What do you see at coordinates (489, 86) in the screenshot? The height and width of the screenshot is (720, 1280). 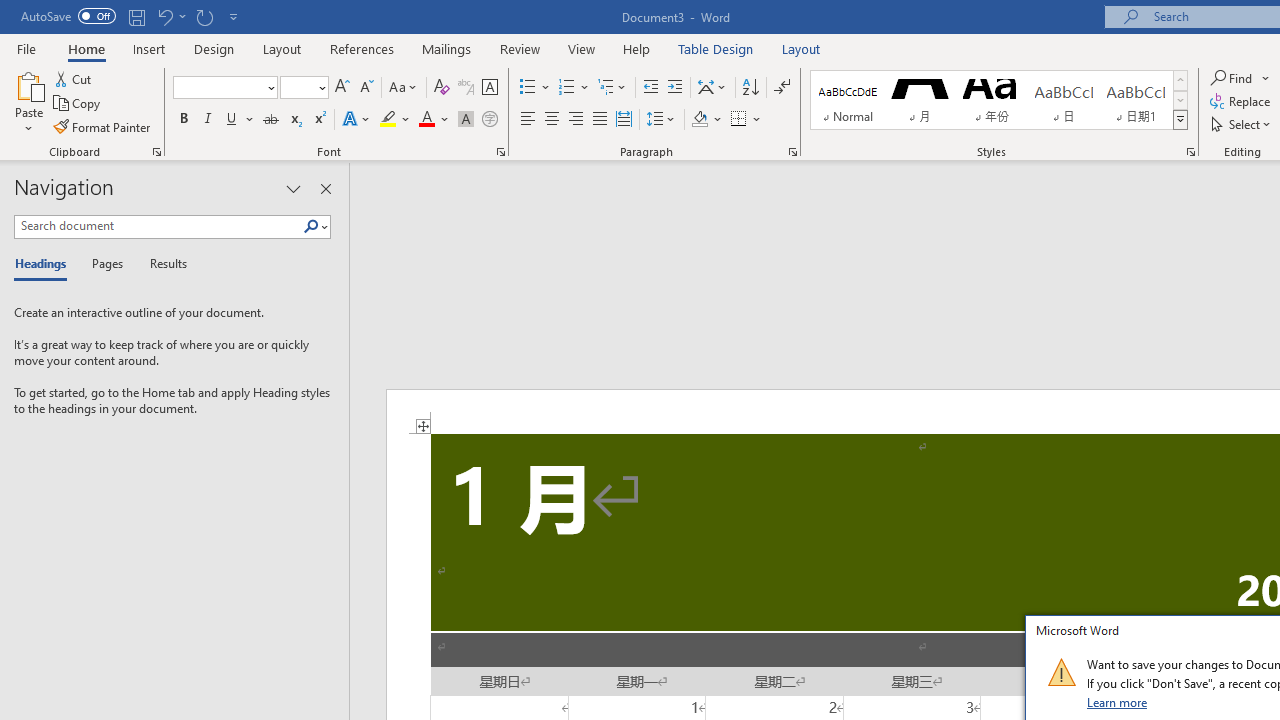 I see `'Character Border'` at bounding box center [489, 86].